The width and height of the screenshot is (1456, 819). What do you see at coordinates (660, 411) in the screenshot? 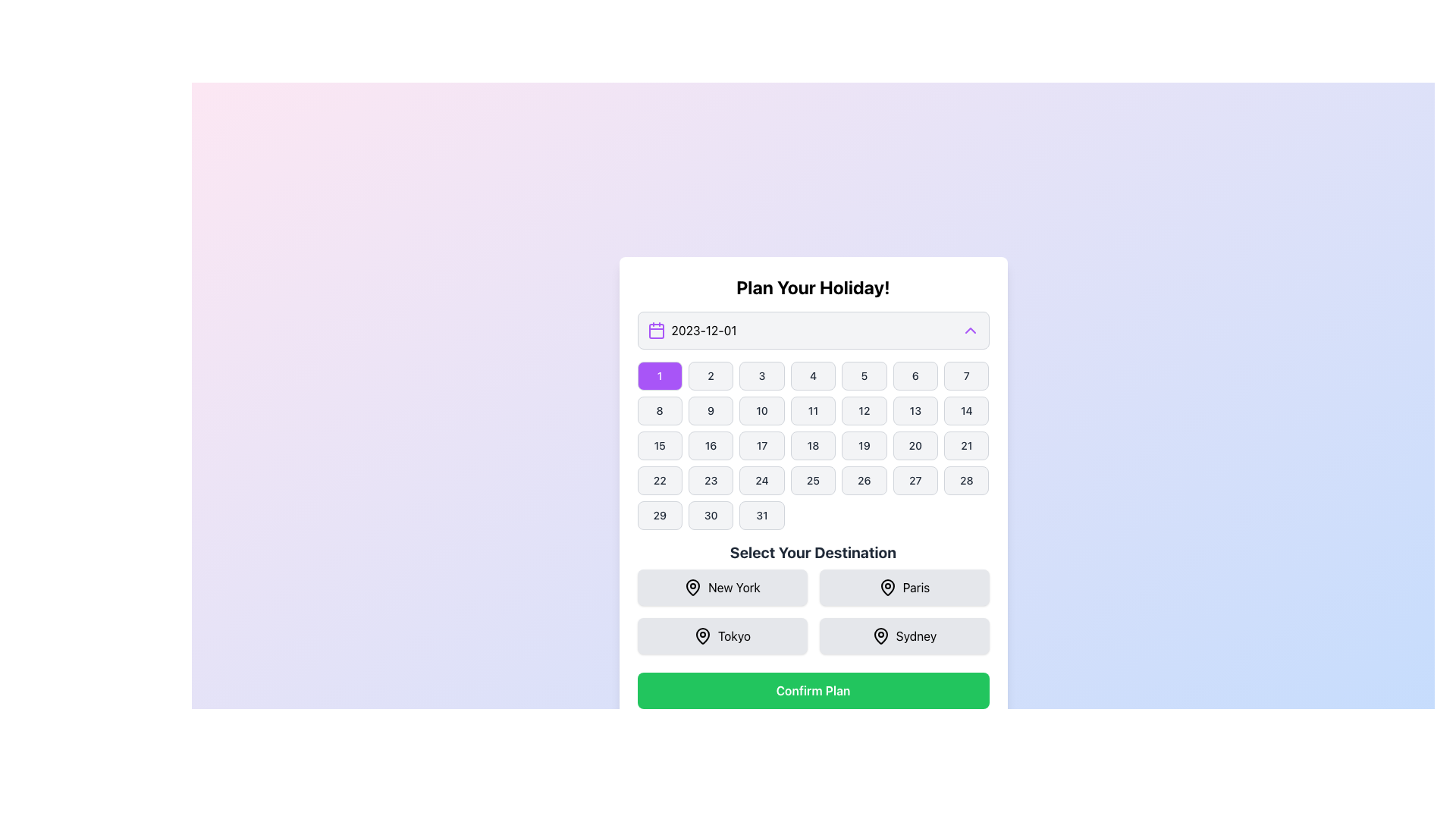
I see `the button displaying the number '8', which is styled with rounded corners and a light gray background` at bounding box center [660, 411].